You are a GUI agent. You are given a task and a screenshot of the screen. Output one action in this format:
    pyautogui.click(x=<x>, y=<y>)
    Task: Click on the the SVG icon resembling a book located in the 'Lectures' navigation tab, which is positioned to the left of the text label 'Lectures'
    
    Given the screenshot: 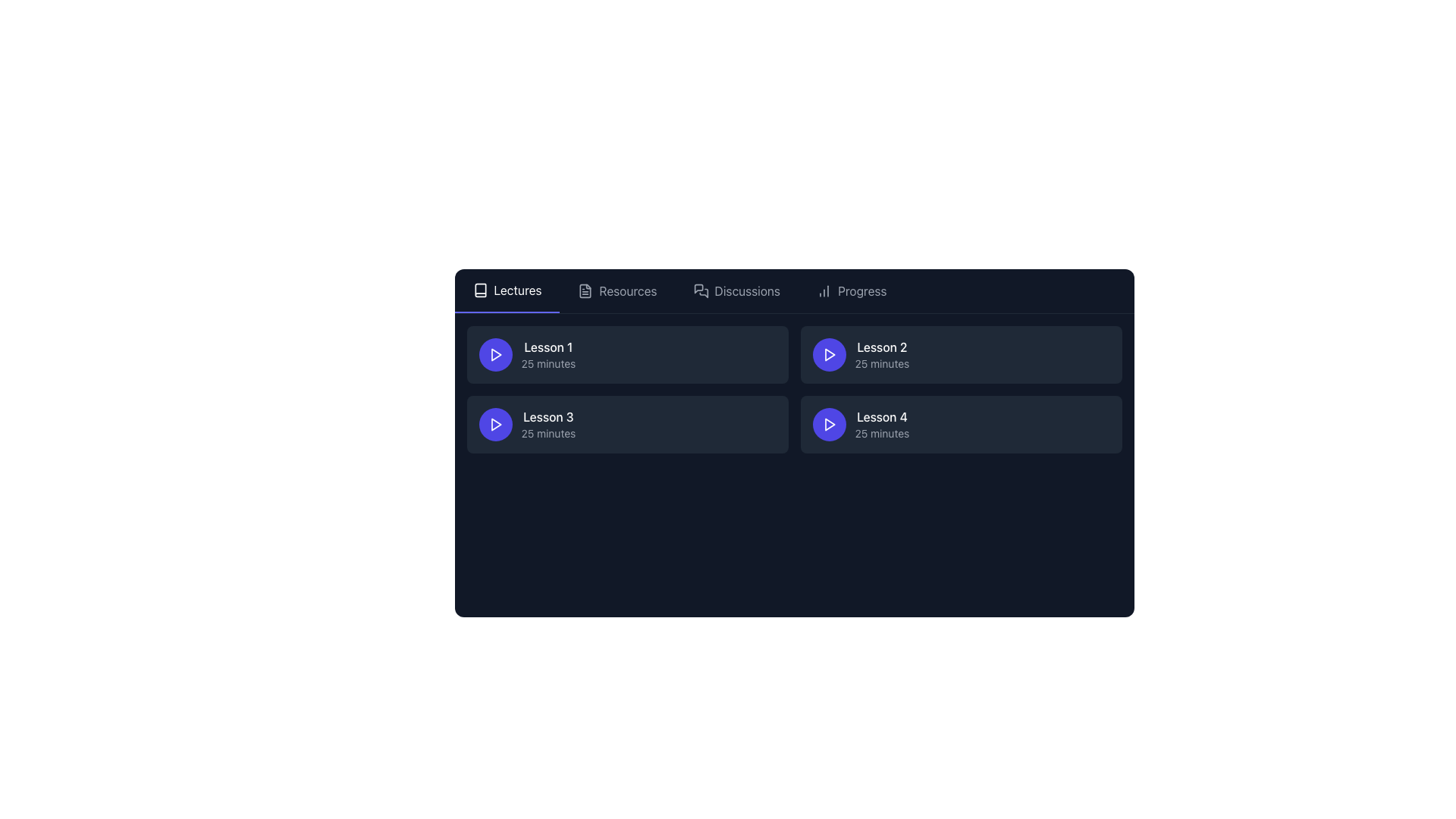 What is the action you would take?
    pyautogui.click(x=479, y=290)
    